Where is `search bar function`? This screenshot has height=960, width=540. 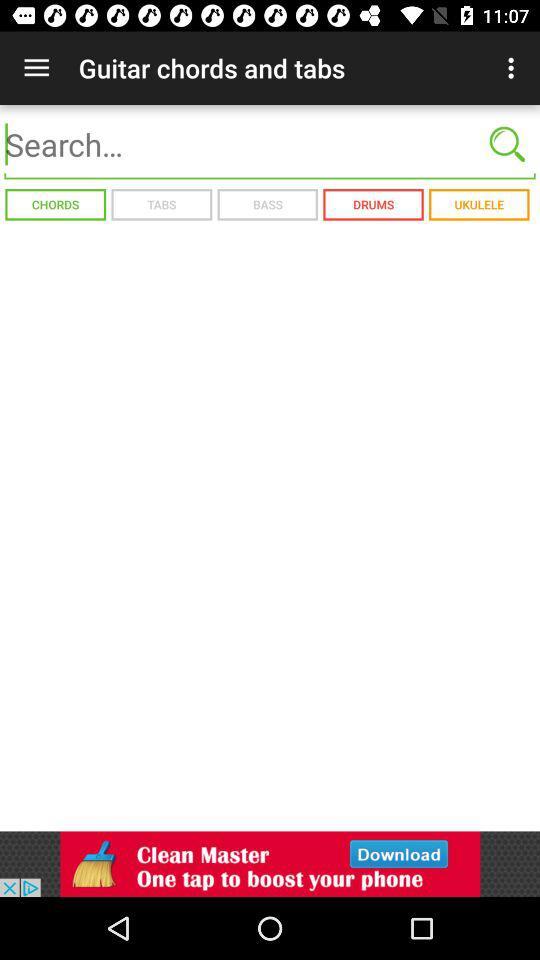 search bar function is located at coordinates (270, 143).